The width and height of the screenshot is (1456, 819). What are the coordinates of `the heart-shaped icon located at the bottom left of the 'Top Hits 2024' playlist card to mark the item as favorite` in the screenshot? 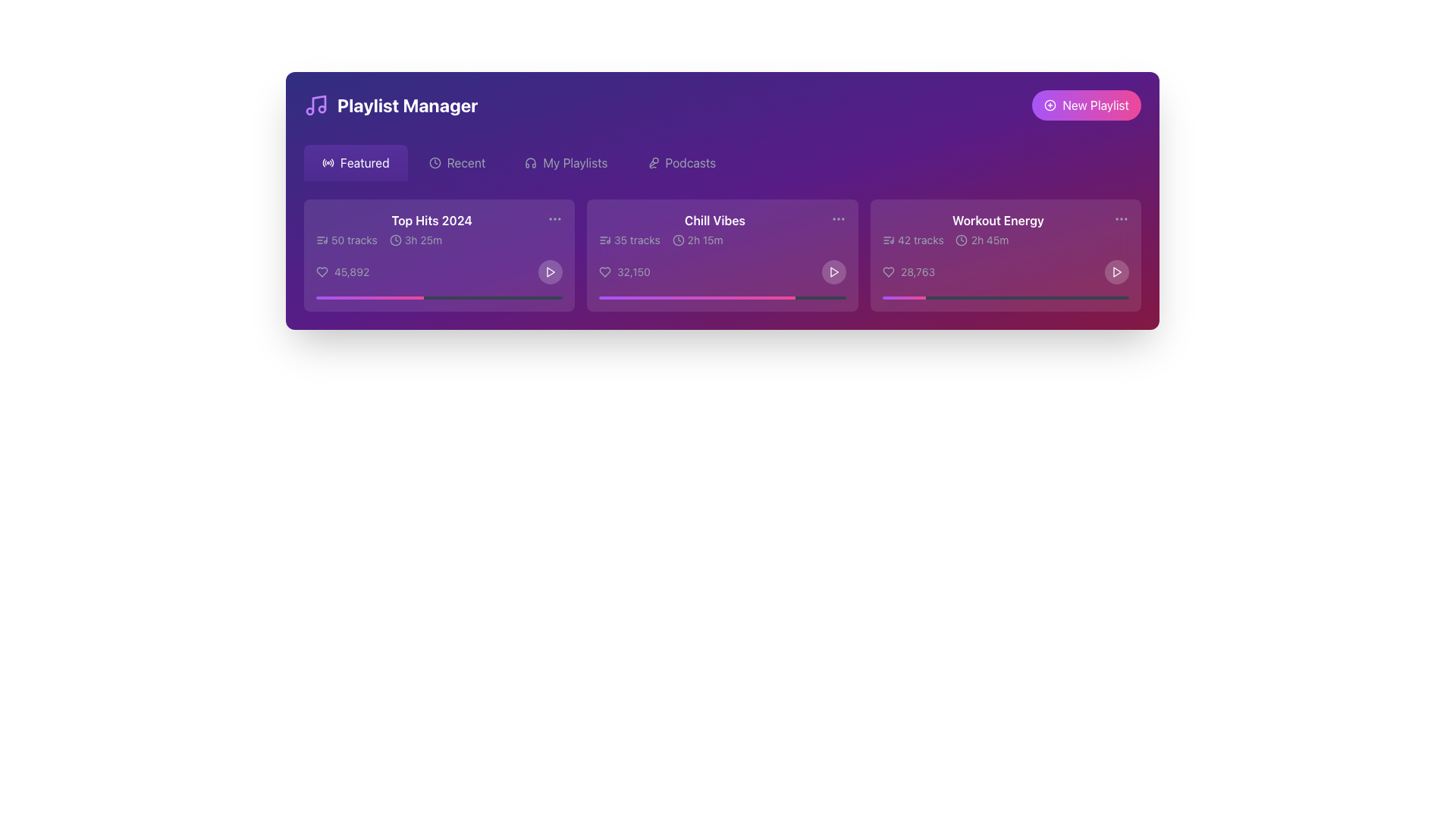 It's located at (322, 271).